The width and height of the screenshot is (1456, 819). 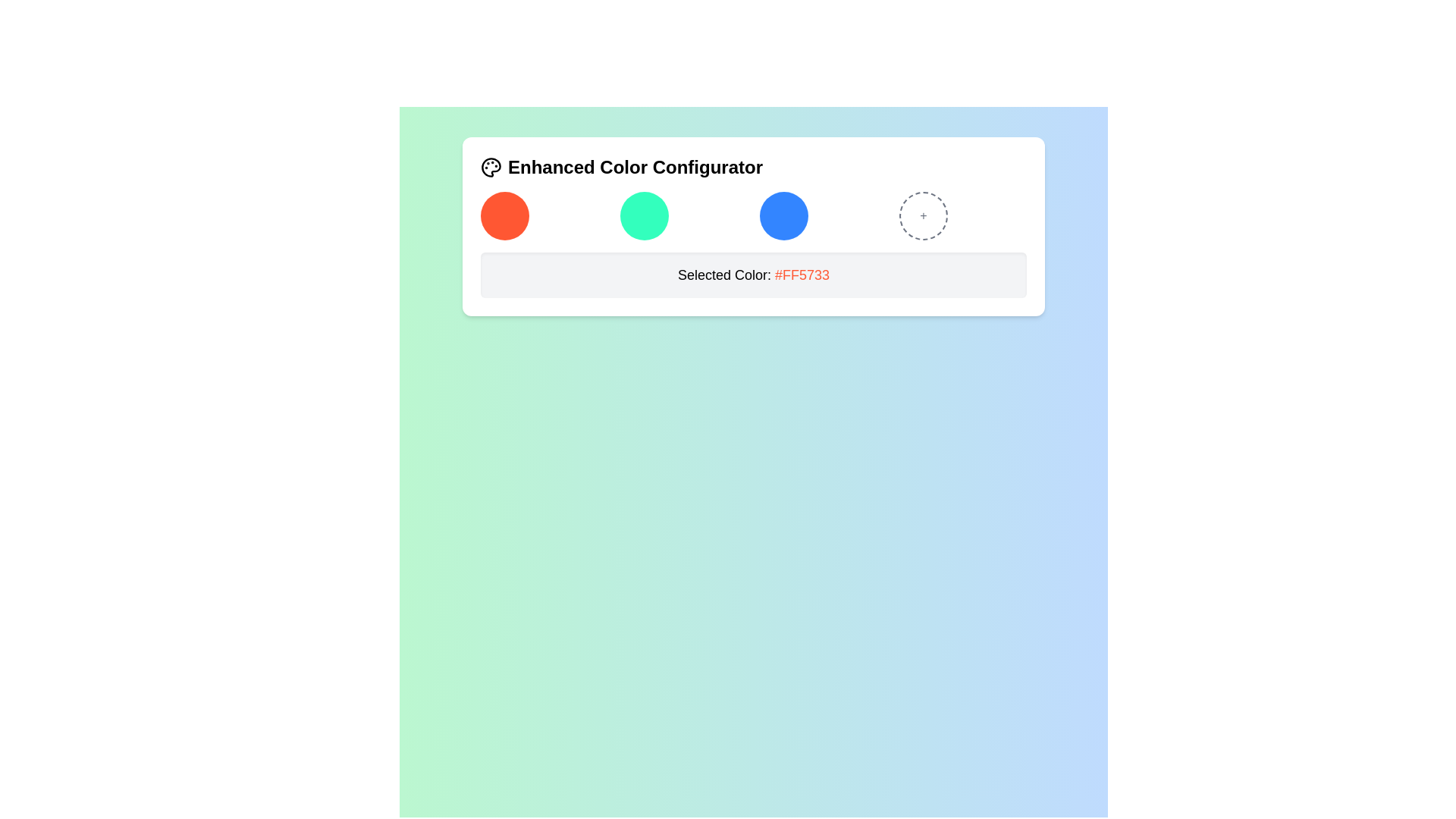 What do you see at coordinates (753, 275) in the screenshot?
I see `the Text Display Box that visually represents the currently selected color from the color palette in the 'Enhanced Color Configurator' interface` at bounding box center [753, 275].